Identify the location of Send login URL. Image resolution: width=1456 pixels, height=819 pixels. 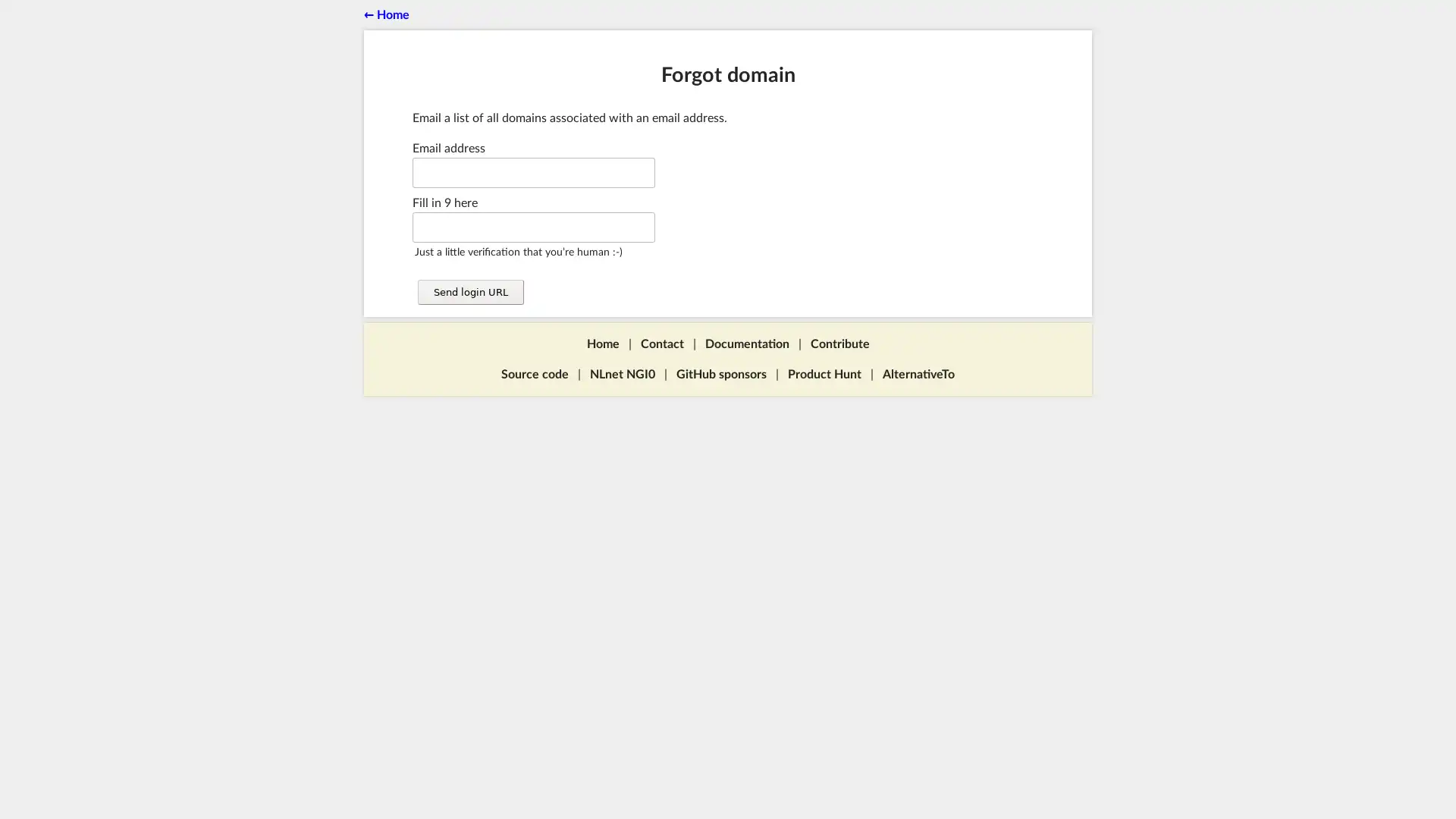
(469, 292).